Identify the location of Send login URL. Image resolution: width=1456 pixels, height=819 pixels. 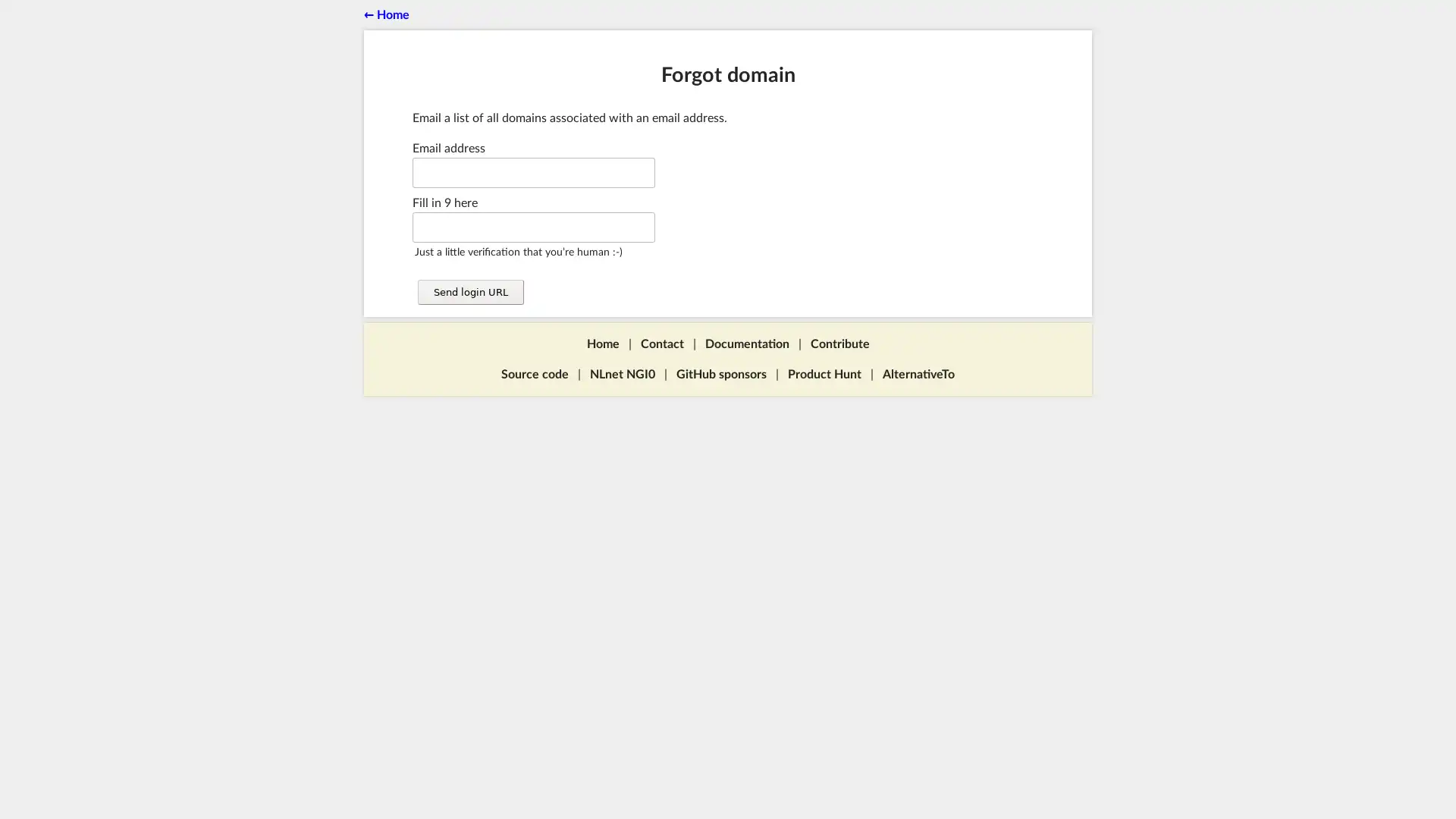
(469, 292).